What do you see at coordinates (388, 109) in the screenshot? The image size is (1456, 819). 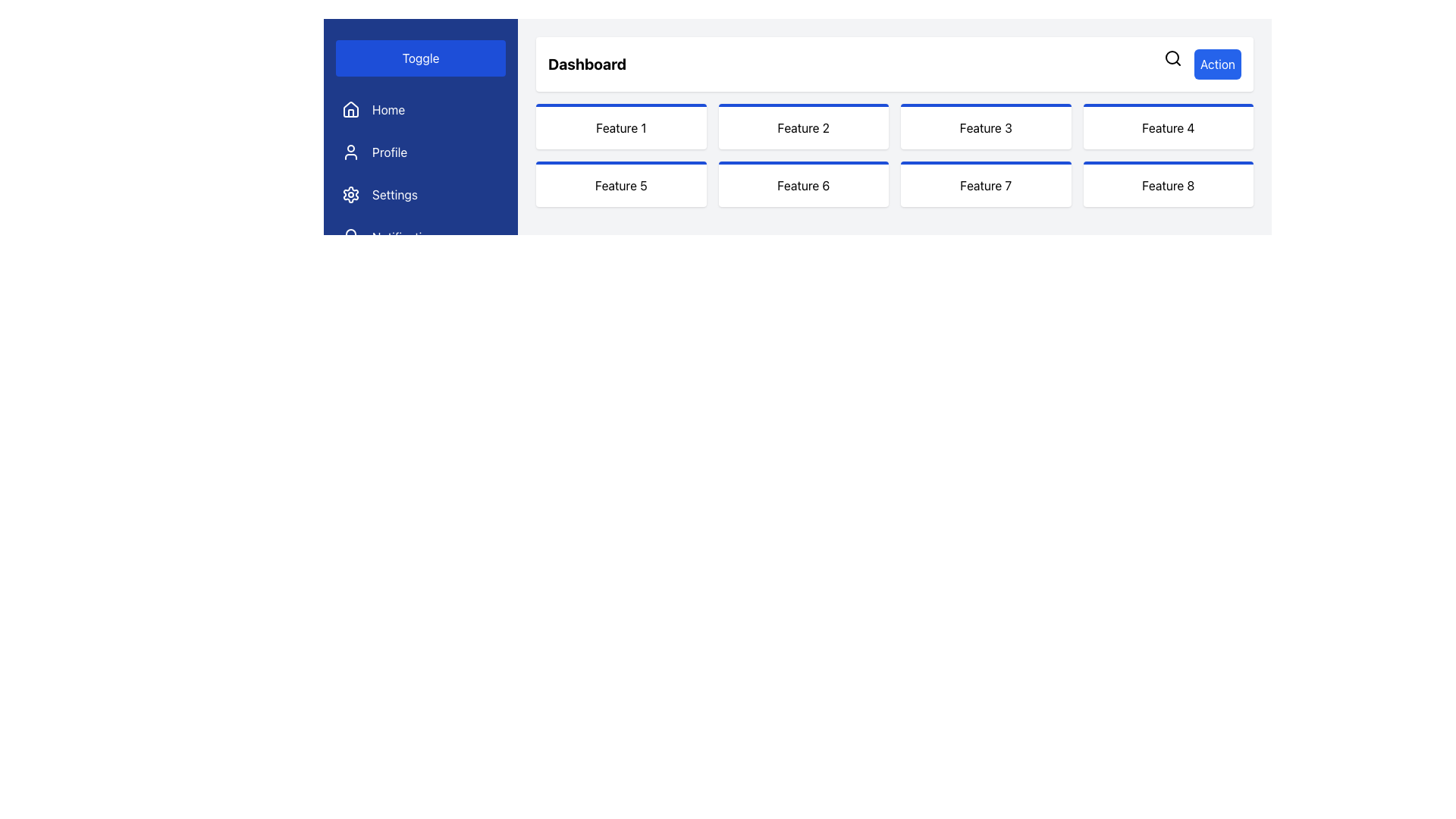 I see `the 'Home' text label which is displayed in white within a blue rectangular area, positioned to the right of a house icon in the vertical navigation bar` at bounding box center [388, 109].